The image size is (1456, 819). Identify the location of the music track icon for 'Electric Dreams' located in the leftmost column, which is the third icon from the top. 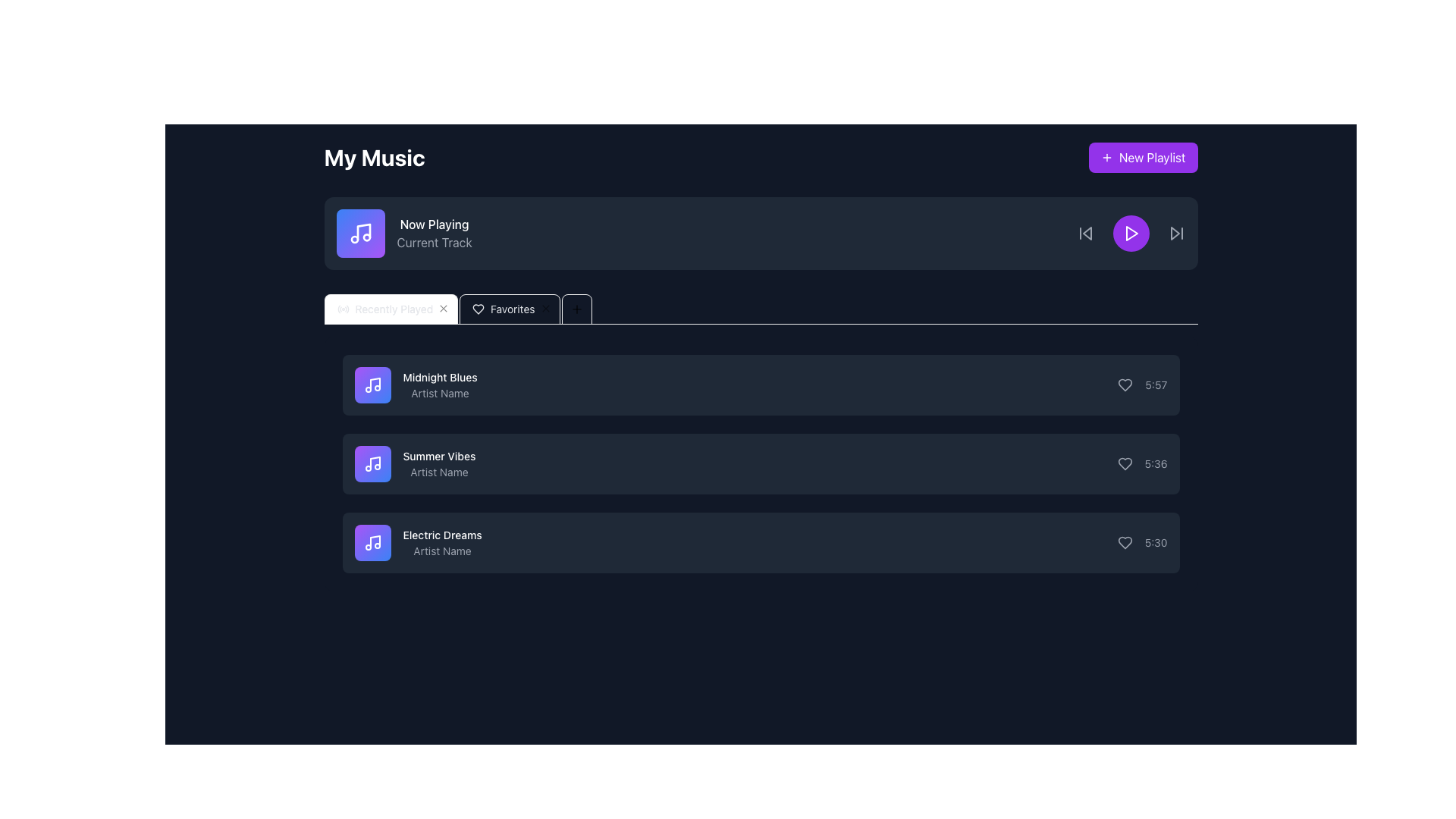
(372, 542).